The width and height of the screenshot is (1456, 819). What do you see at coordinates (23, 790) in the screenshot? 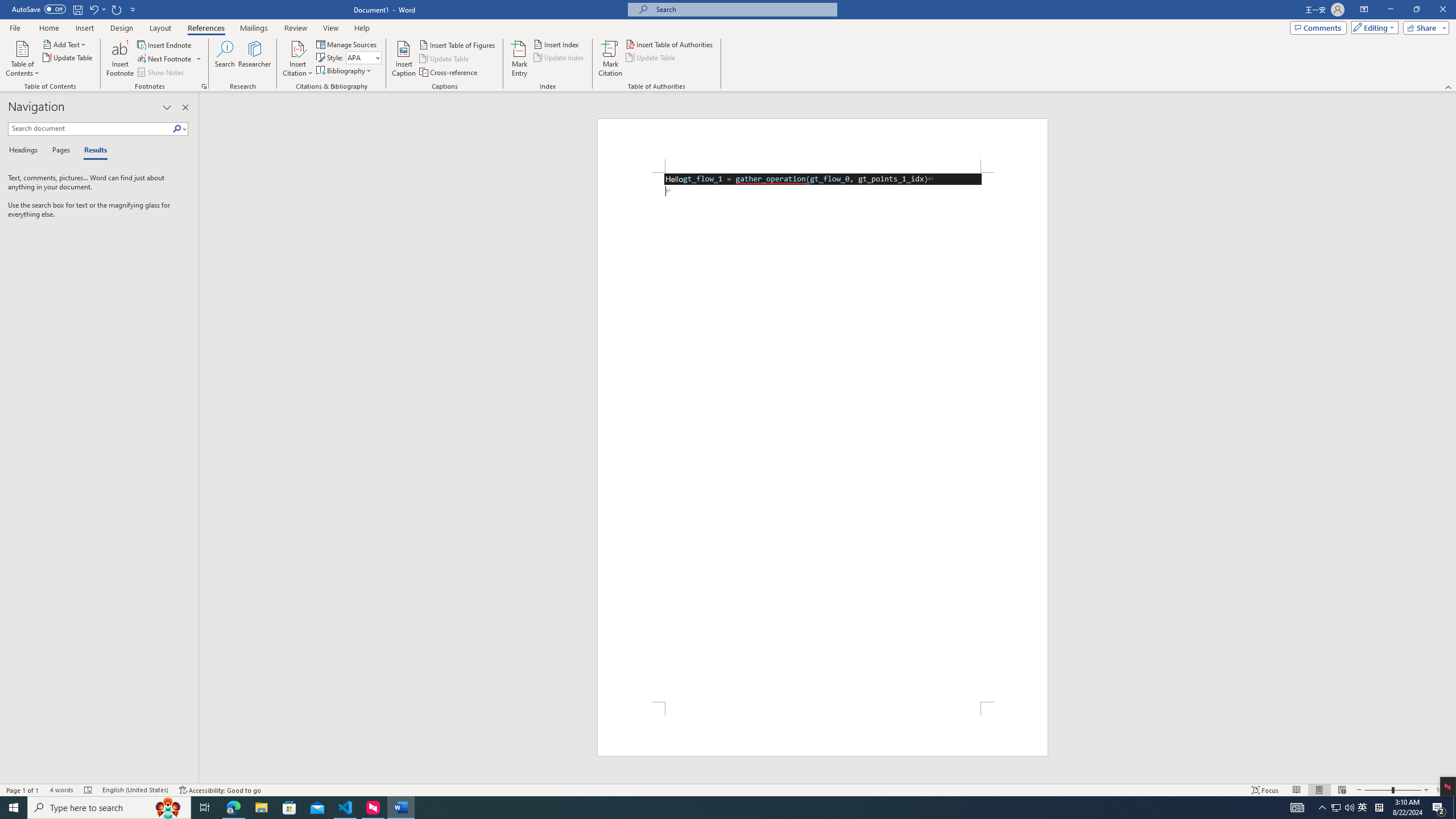
I see `'Page Number Page 1 of 1'` at bounding box center [23, 790].